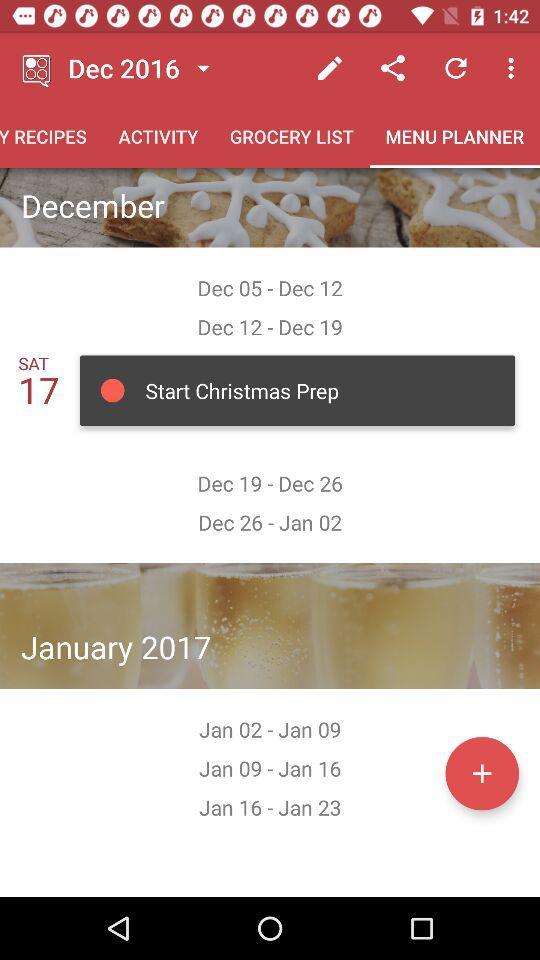 The width and height of the screenshot is (540, 960). What do you see at coordinates (37, 68) in the screenshot?
I see `the icon on the left side of dec 2016` at bounding box center [37, 68].